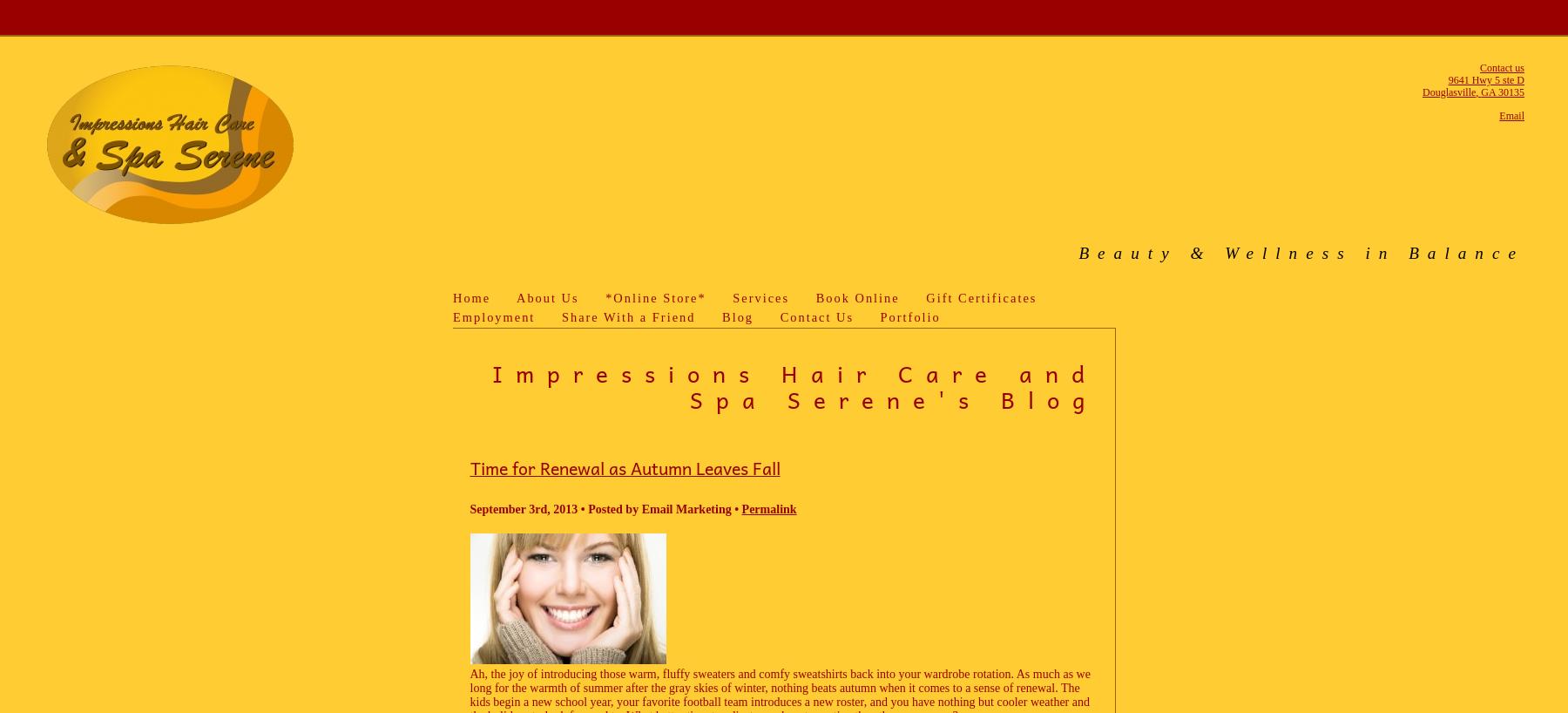 Image resolution: width=1568 pixels, height=713 pixels. What do you see at coordinates (494, 317) in the screenshot?
I see `'Employment'` at bounding box center [494, 317].